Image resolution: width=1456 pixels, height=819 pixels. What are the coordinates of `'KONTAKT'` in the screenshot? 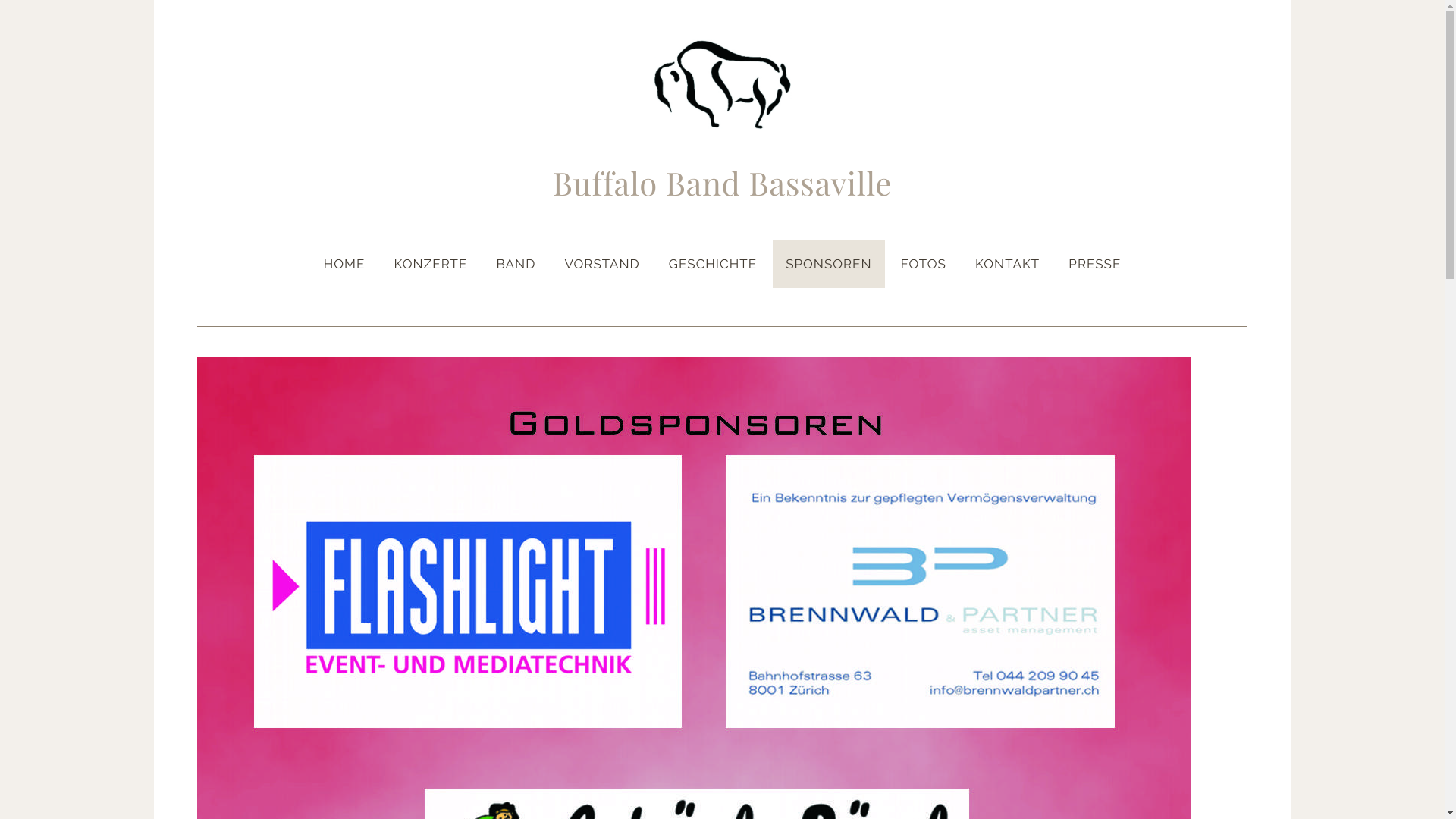 It's located at (961, 262).